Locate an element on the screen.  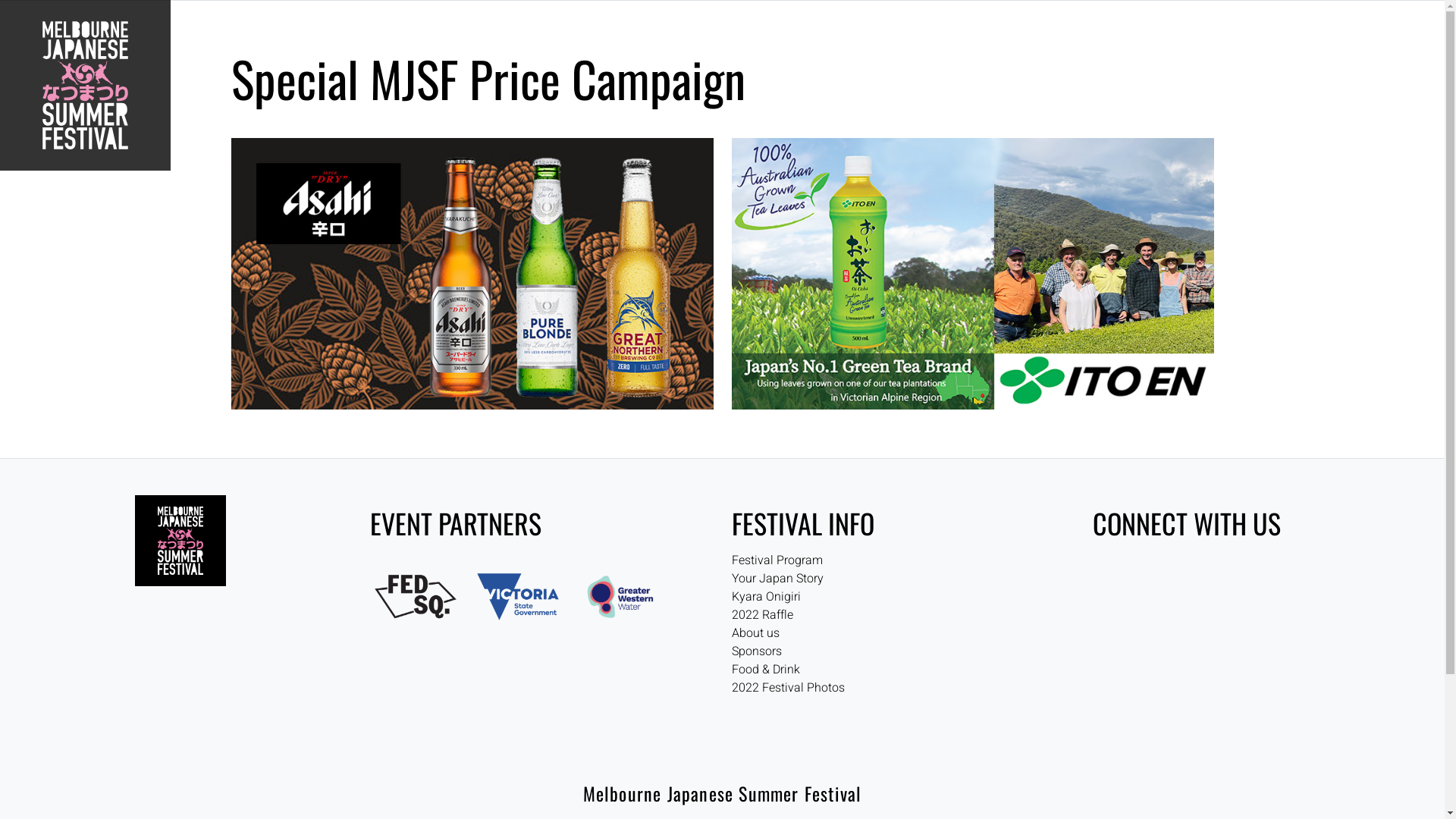
'Festival Program' is located at coordinates (776, 560).